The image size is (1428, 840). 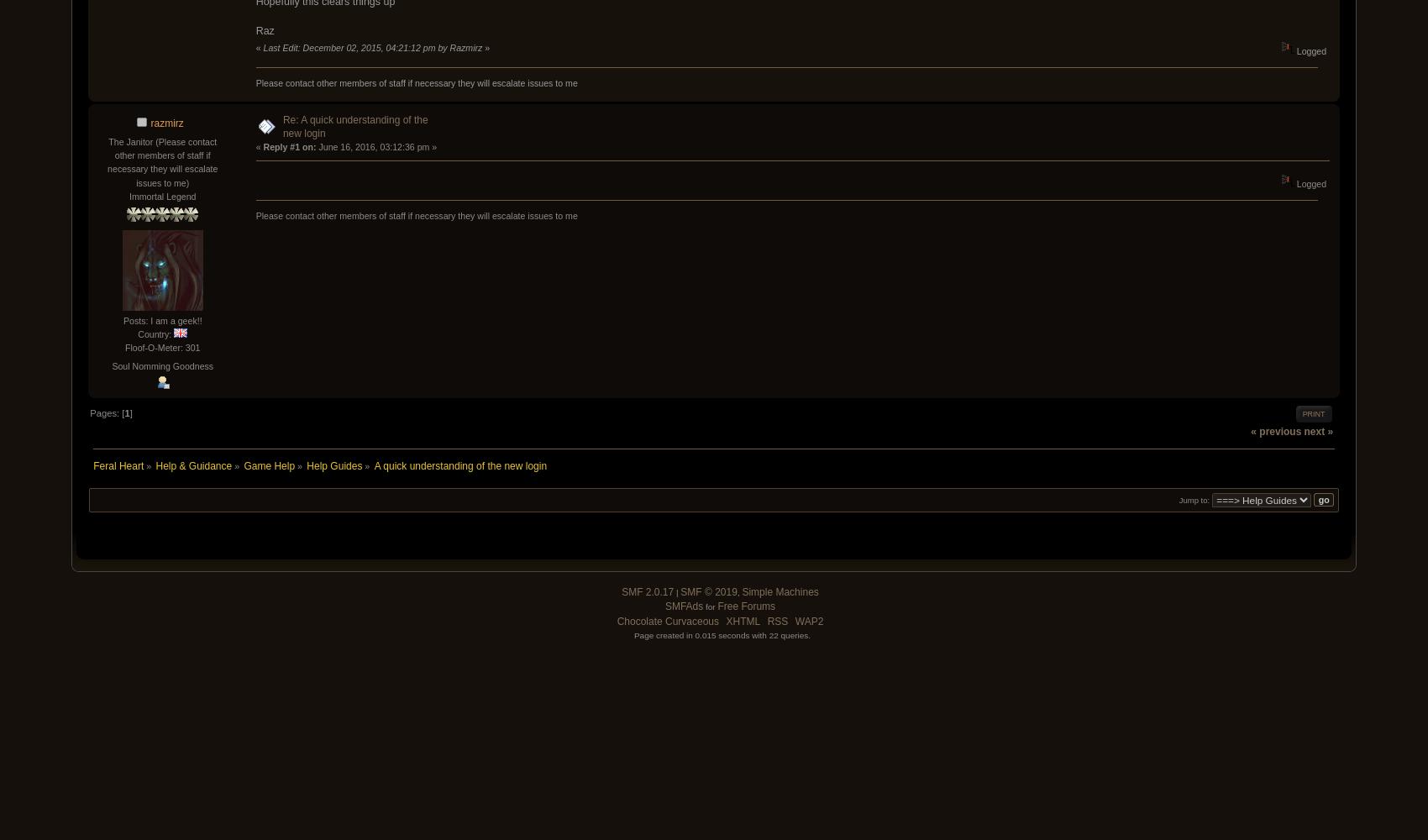 I want to click on ',', so click(x=737, y=591).